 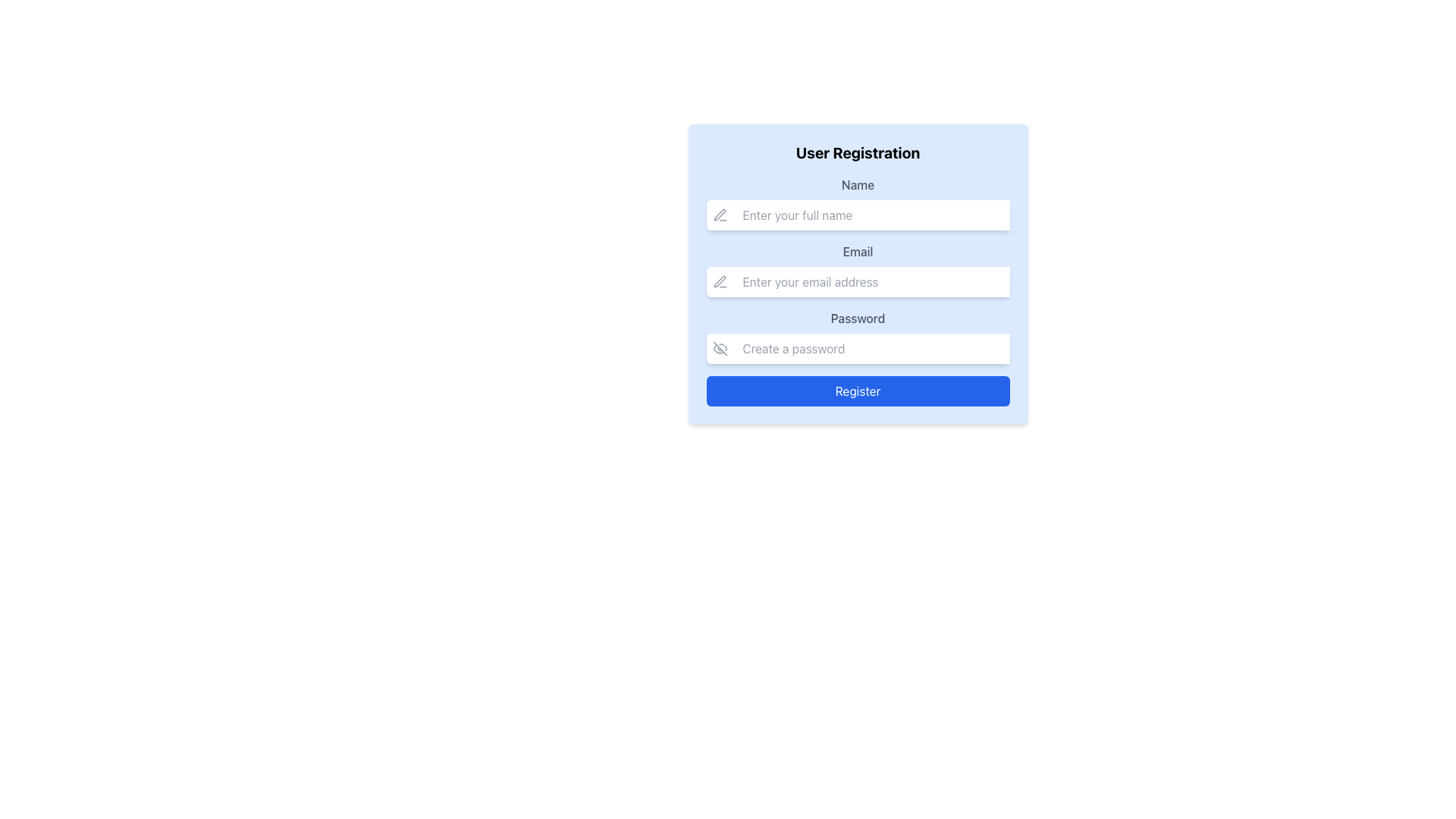 What do you see at coordinates (719, 348) in the screenshot?
I see `the eye icon button located to the left of the password input field in the 'User Registration' form` at bounding box center [719, 348].